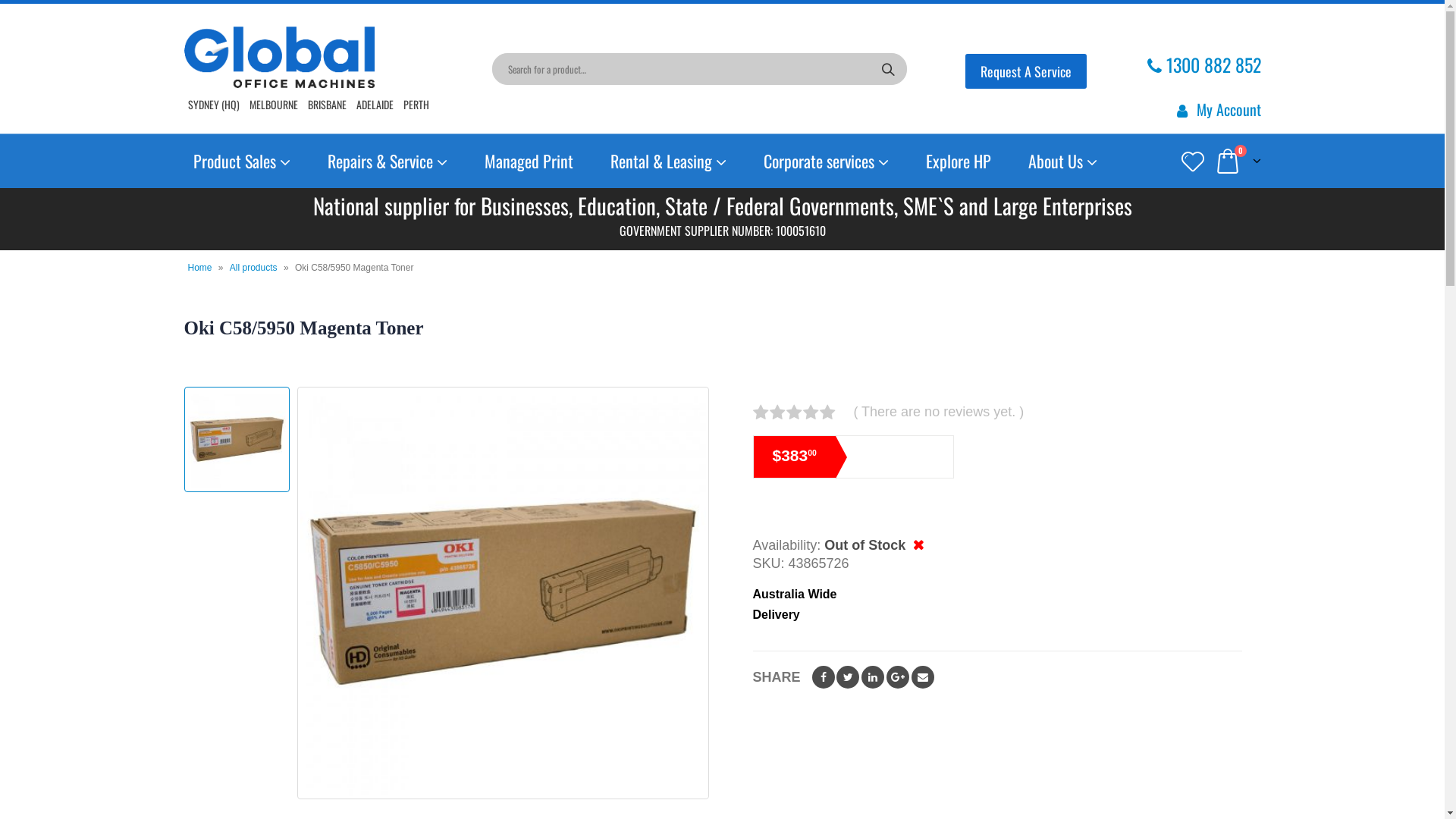 This screenshot has height=819, width=1456. What do you see at coordinates (873, 676) in the screenshot?
I see `'LinkedIn'` at bounding box center [873, 676].